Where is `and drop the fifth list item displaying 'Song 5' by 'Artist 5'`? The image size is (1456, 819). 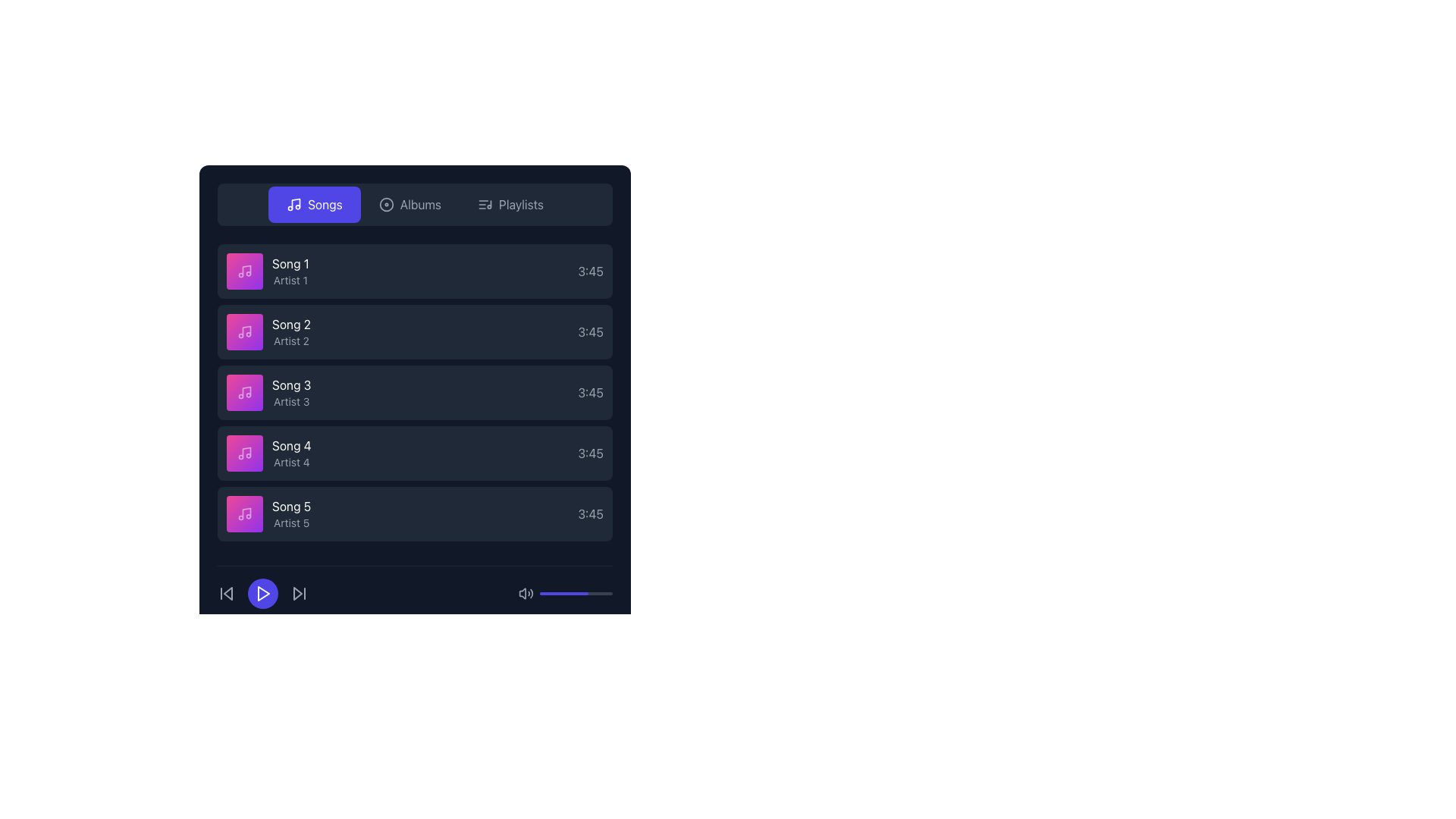
and drop the fifth list item displaying 'Song 5' by 'Artist 5' is located at coordinates (268, 513).